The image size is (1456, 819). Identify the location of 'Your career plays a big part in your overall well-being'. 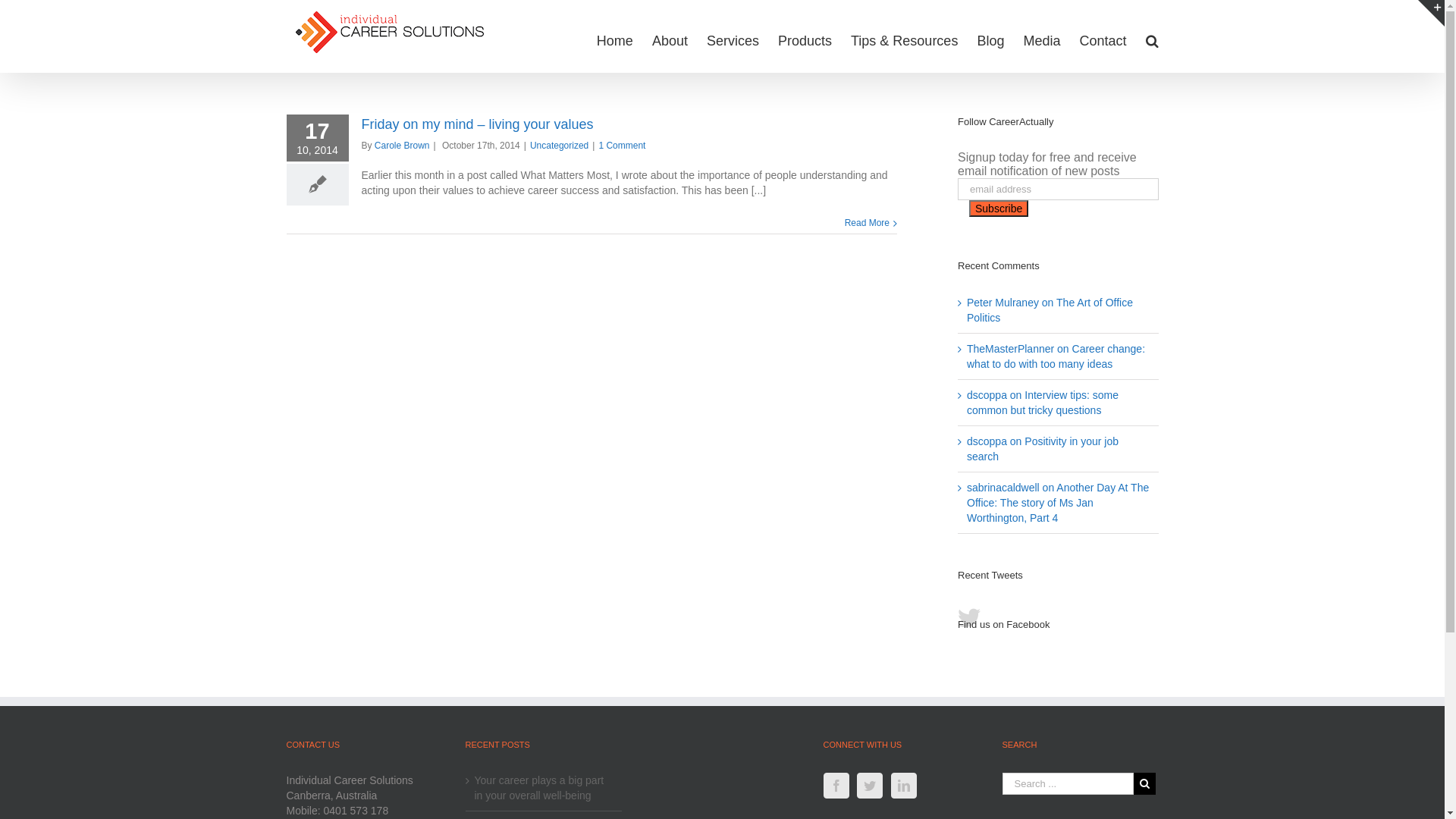
(544, 786).